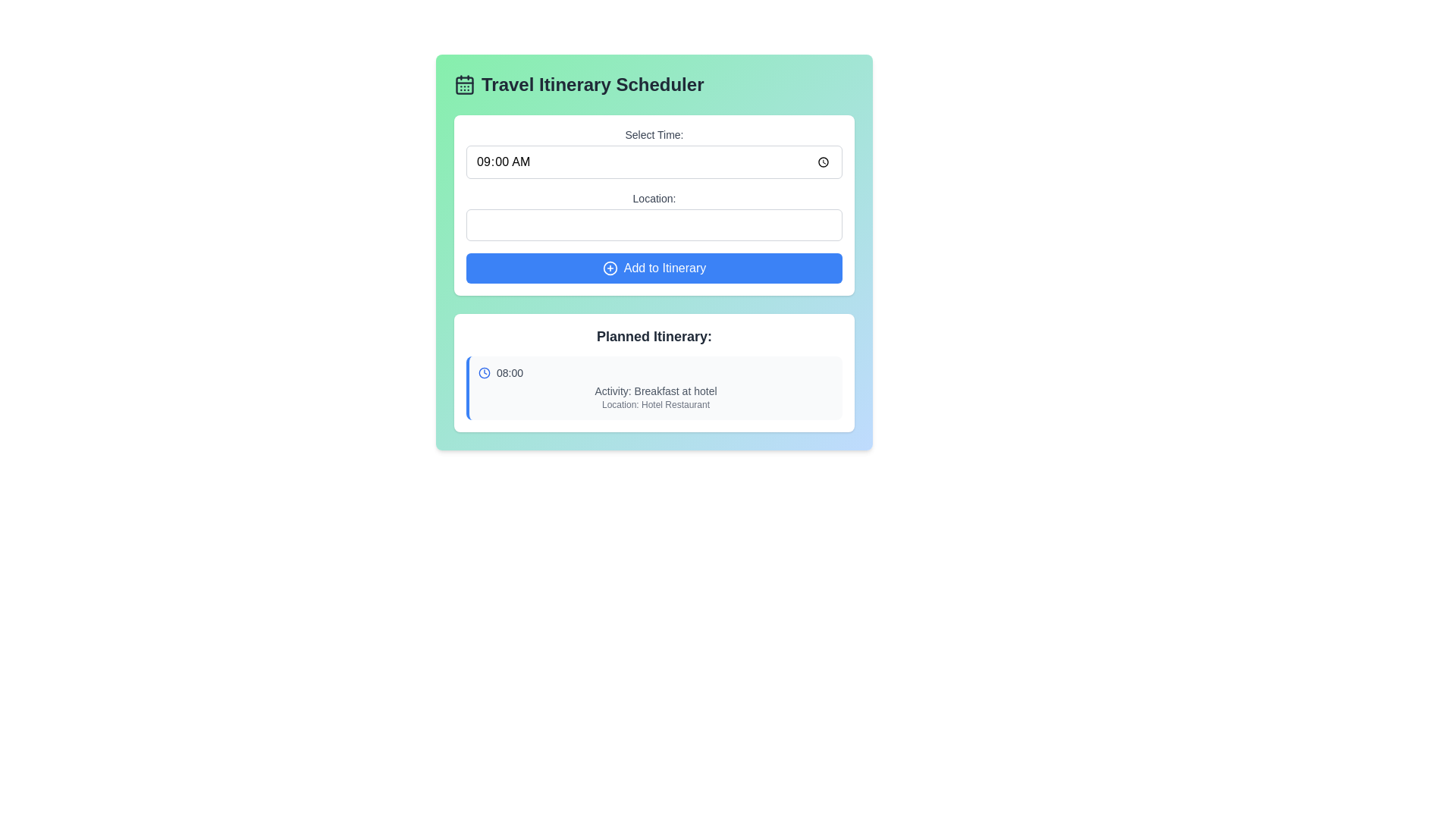 The height and width of the screenshot is (819, 1456). I want to click on the outer ring of the clock-like icon located at the right side of the 'Select Time' field, so click(483, 373).